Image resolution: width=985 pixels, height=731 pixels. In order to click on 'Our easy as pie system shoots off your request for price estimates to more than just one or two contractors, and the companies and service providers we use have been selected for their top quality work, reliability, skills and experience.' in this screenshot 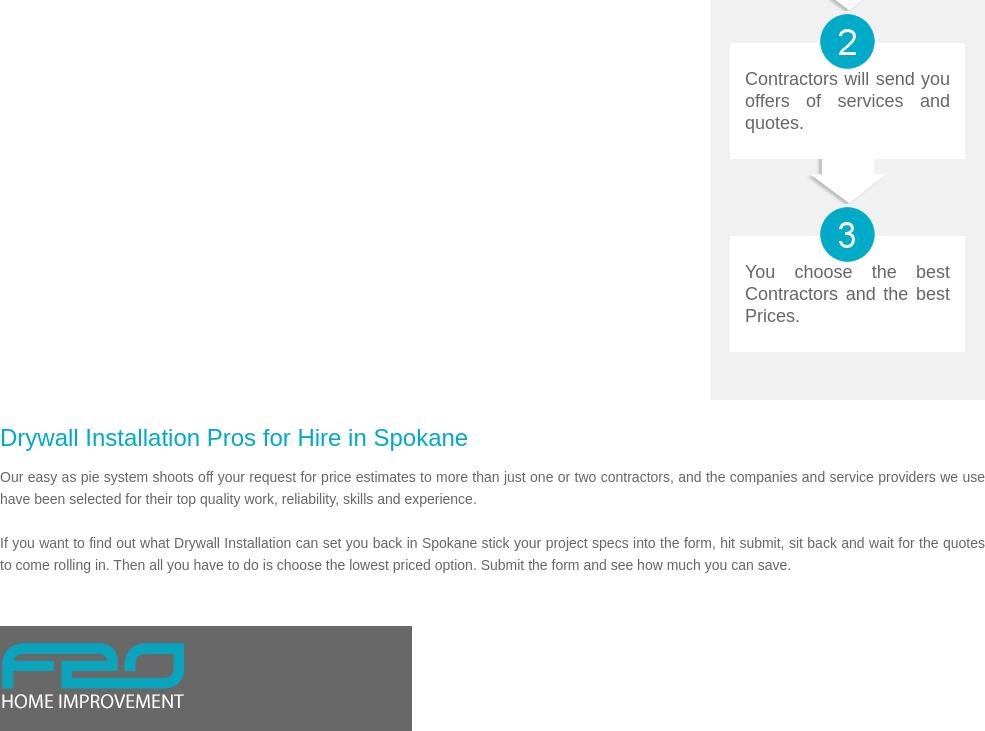, I will do `click(491, 487)`.